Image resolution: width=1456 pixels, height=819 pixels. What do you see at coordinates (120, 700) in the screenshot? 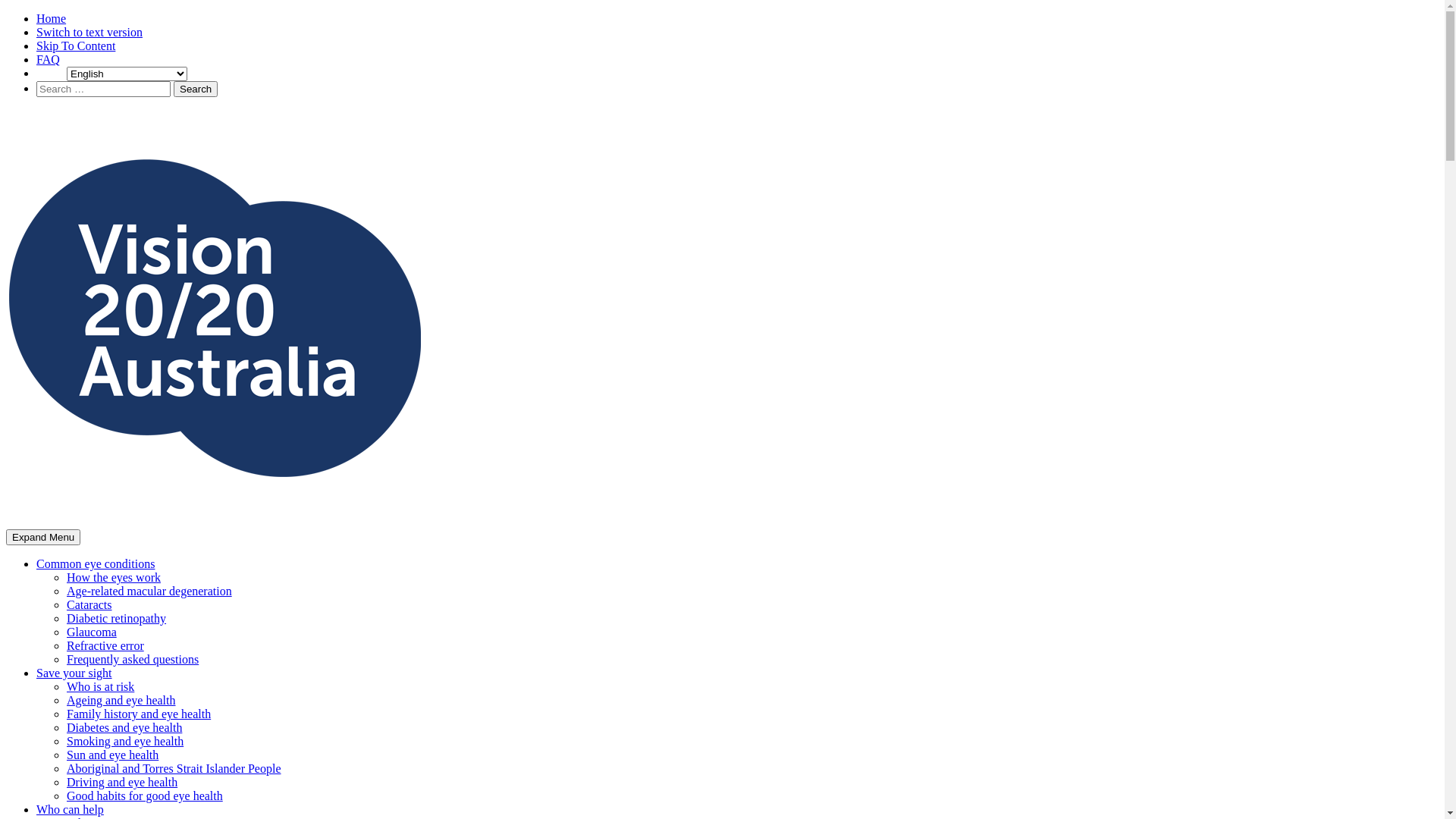
I see `'Ageing and eye health'` at bounding box center [120, 700].